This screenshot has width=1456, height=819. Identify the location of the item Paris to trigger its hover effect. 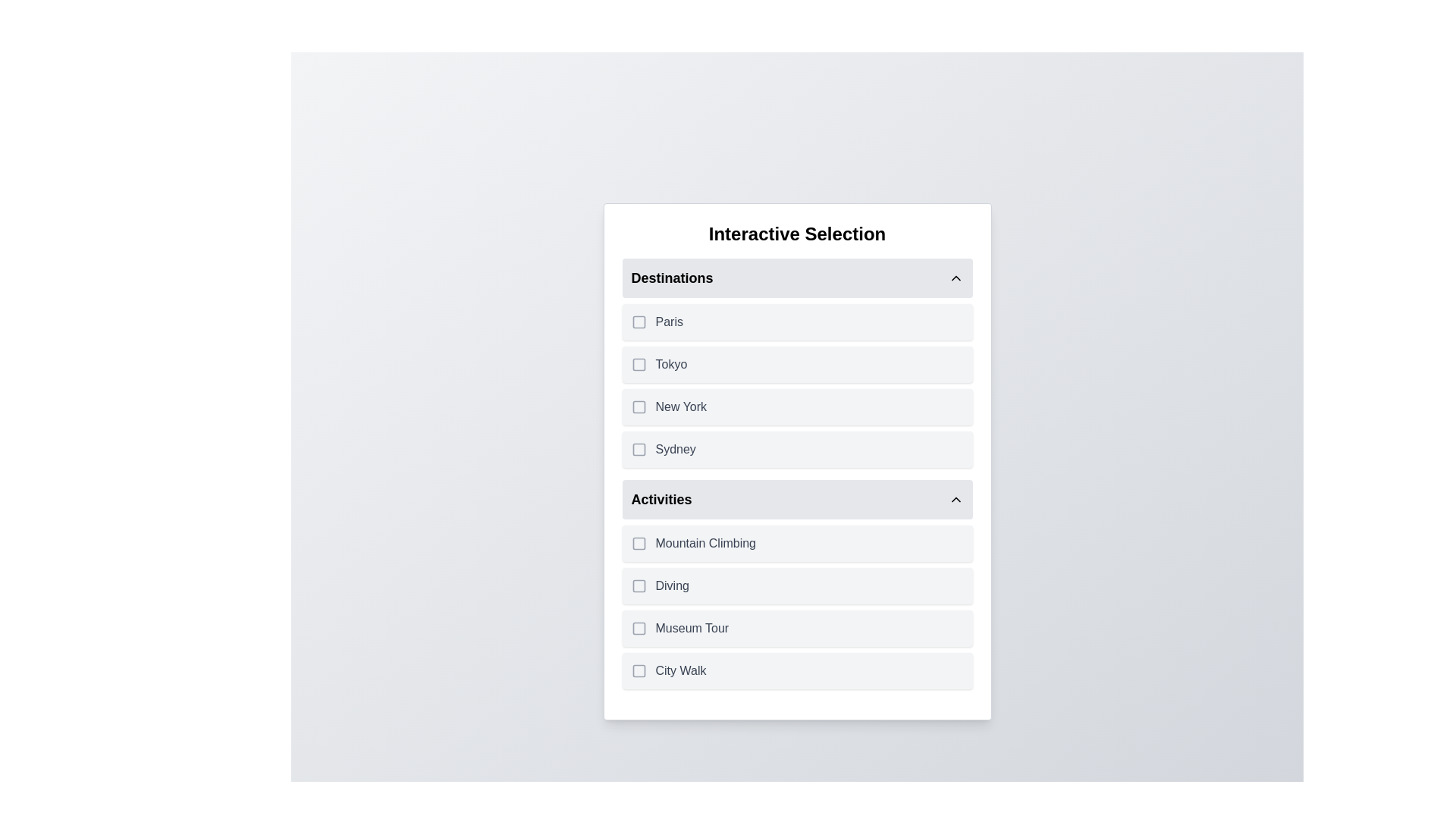
(796, 321).